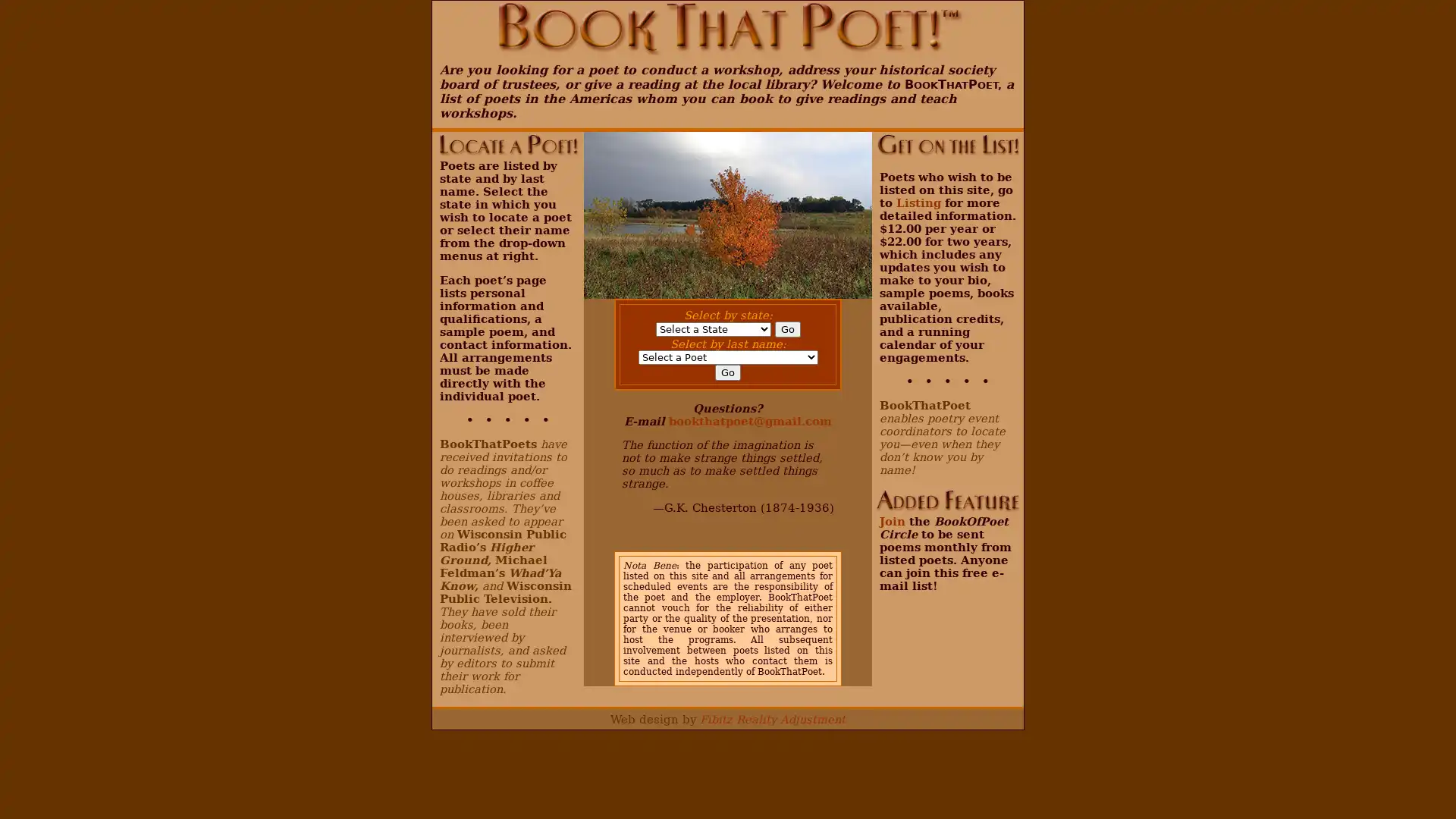 This screenshot has height=819, width=1456. I want to click on Go, so click(786, 328).